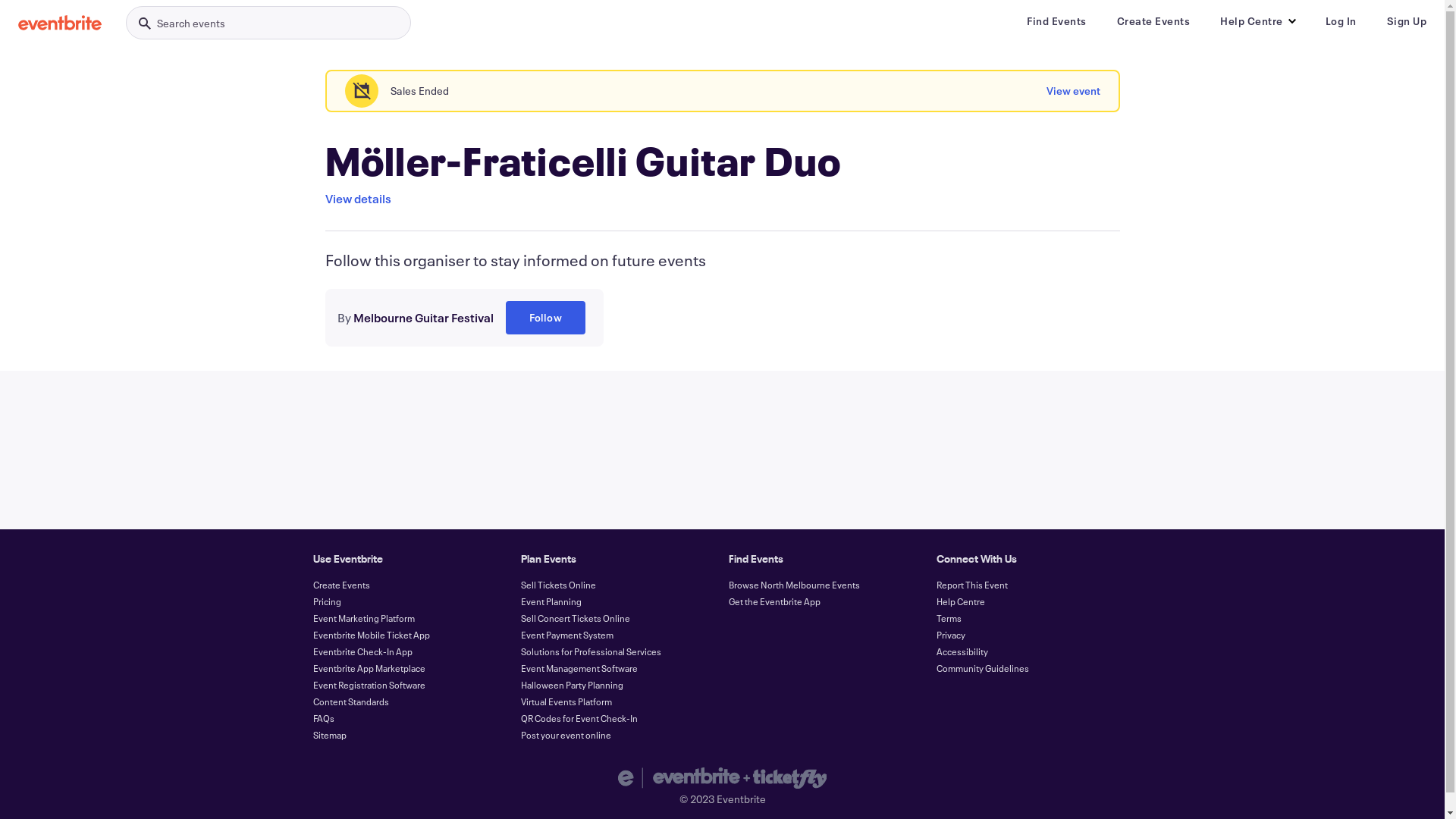  Describe the element at coordinates (566, 635) in the screenshot. I see `'Event Payment System'` at that location.